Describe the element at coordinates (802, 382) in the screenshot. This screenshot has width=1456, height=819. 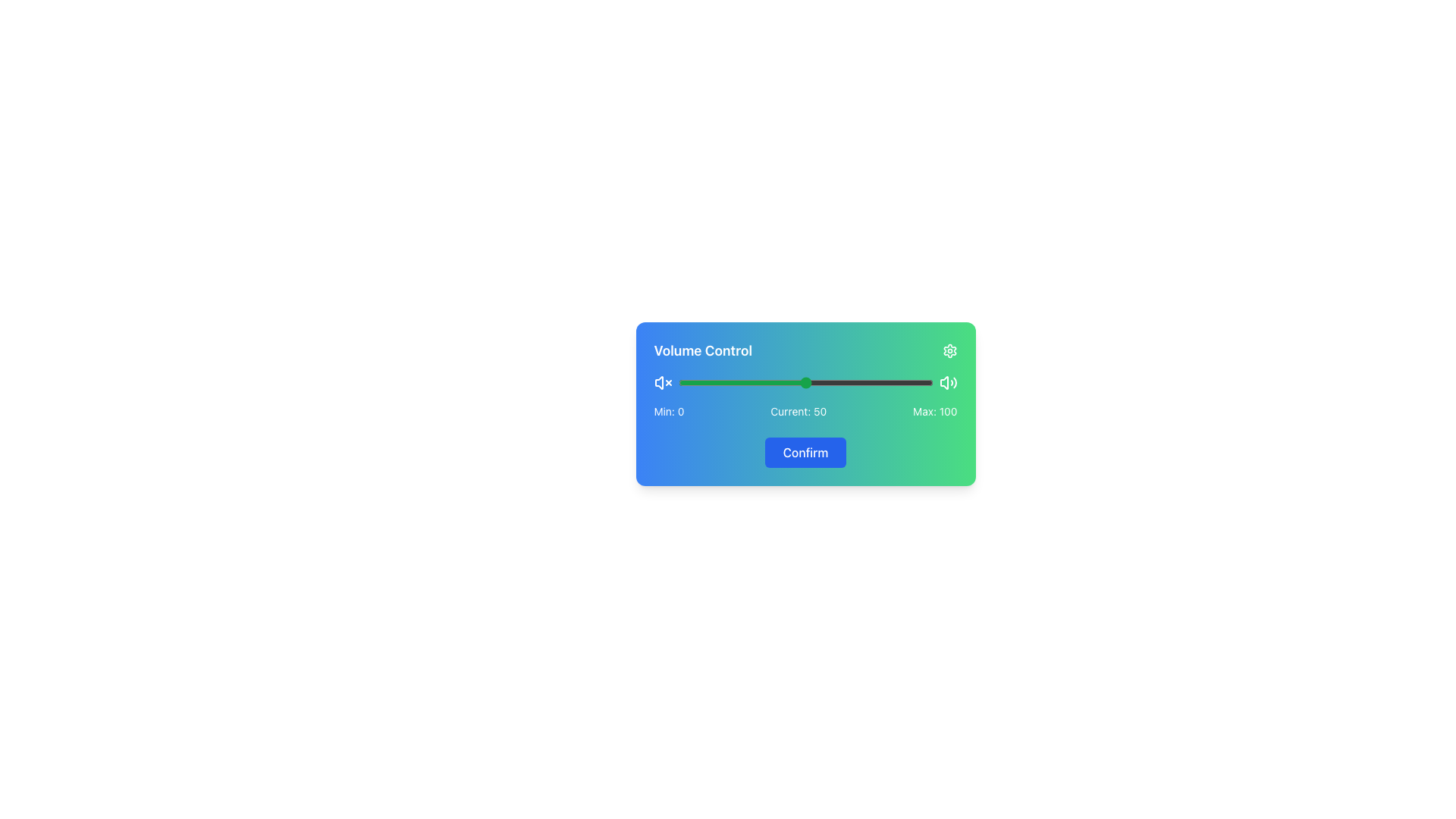
I see `the volume` at that location.